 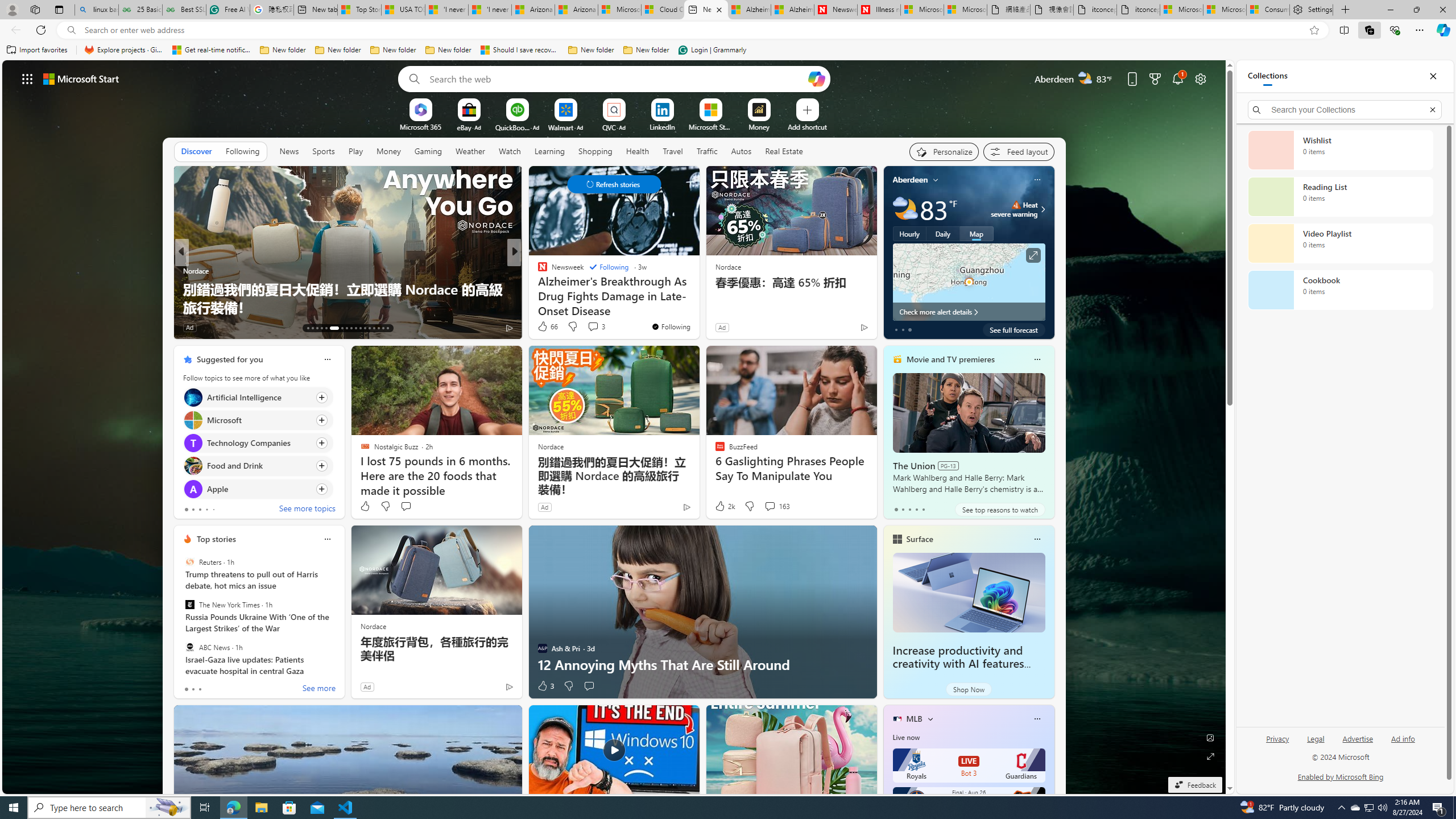 What do you see at coordinates (549, 151) in the screenshot?
I see `'Learning'` at bounding box center [549, 151].